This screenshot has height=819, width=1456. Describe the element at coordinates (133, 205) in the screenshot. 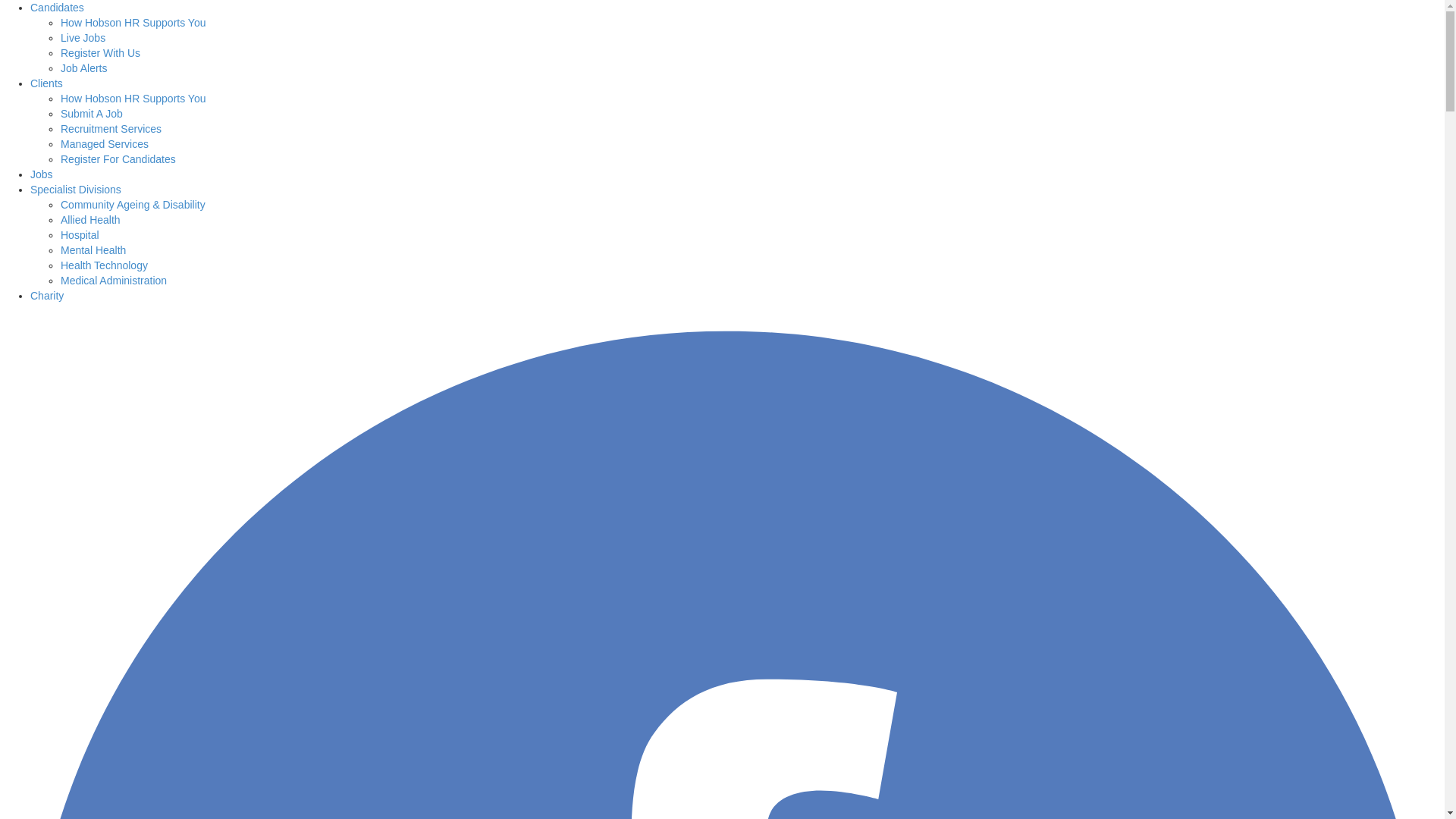

I see `'Community Ageing & Disability'` at that location.